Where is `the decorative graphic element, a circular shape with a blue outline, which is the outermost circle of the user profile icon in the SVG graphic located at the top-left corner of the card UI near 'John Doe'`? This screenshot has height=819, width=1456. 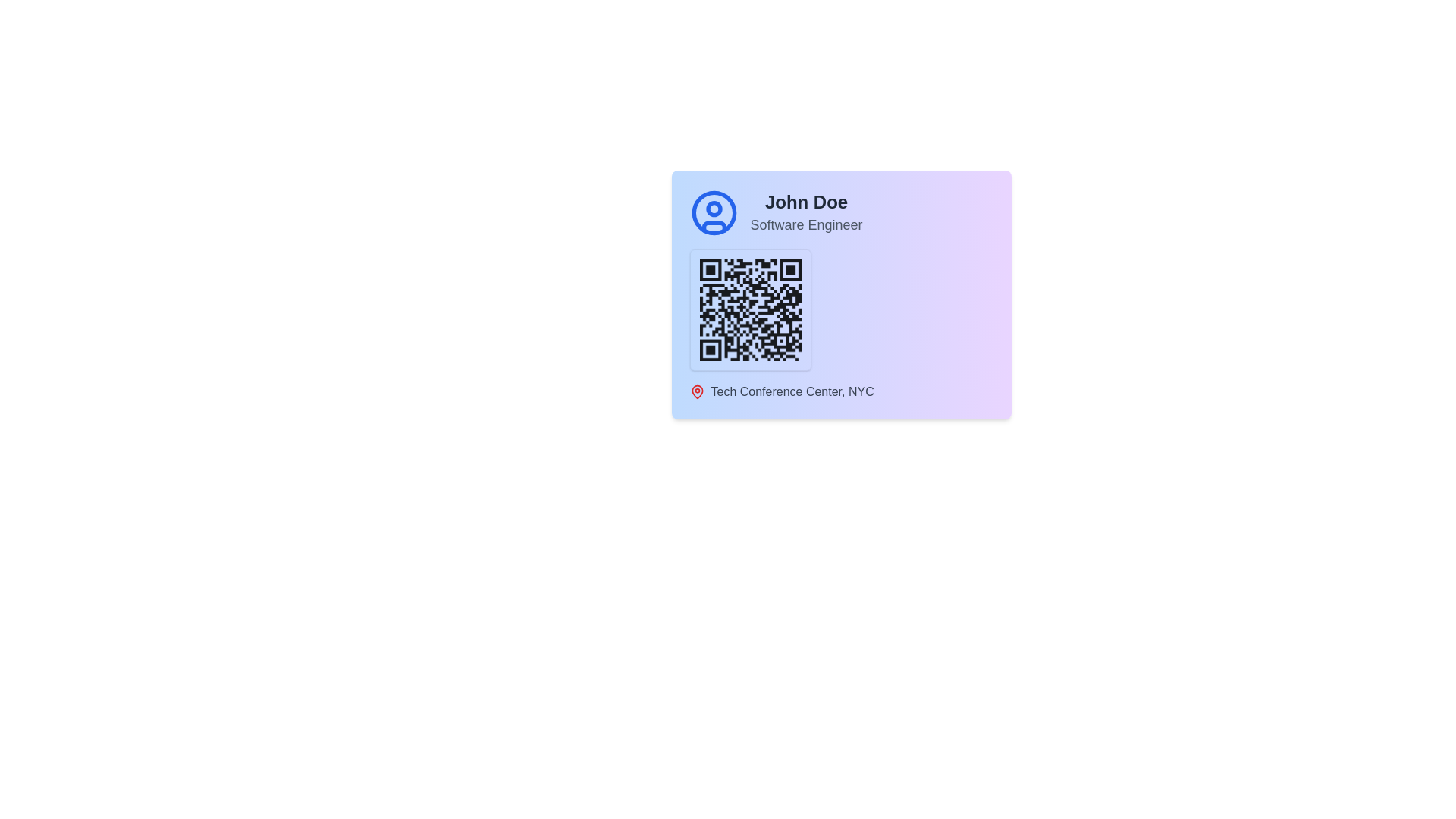
the decorative graphic element, a circular shape with a blue outline, which is the outermost circle of the user profile icon in the SVG graphic located at the top-left corner of the card UI near 'John Doe' is located at coordinates (713, 213).